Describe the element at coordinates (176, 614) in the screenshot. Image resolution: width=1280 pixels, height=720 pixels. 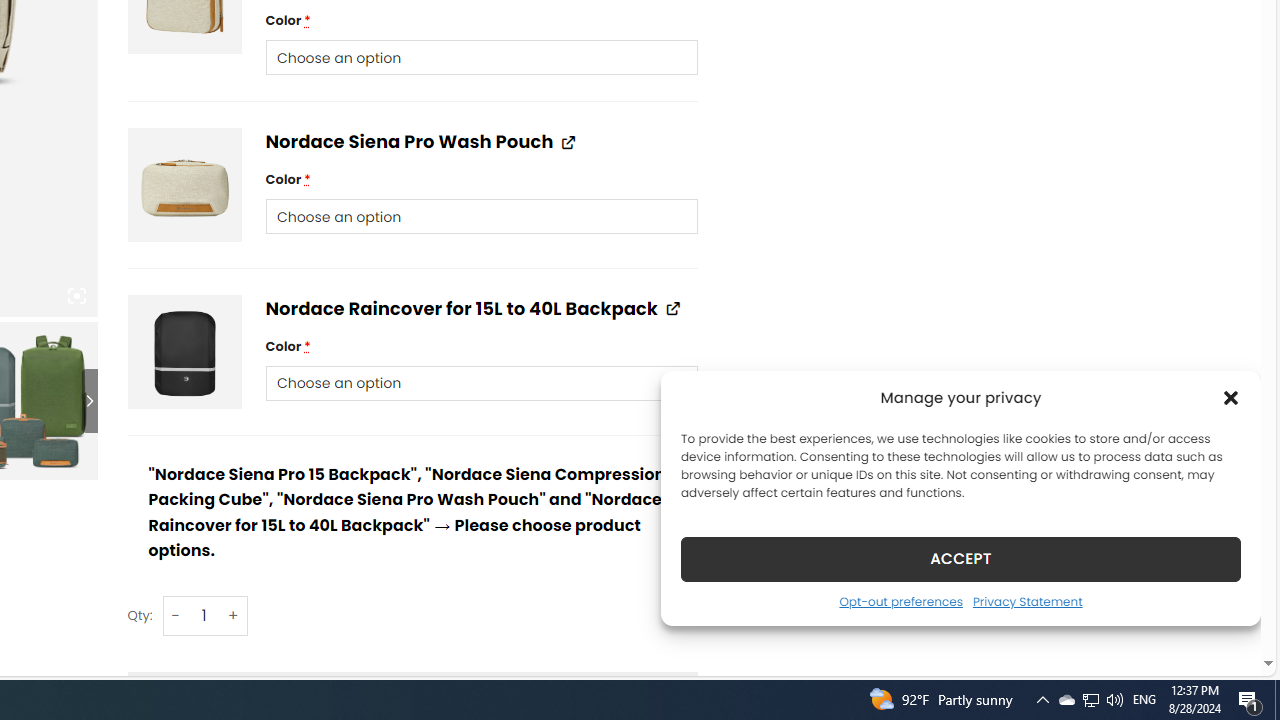
I see `'-'` at that location.